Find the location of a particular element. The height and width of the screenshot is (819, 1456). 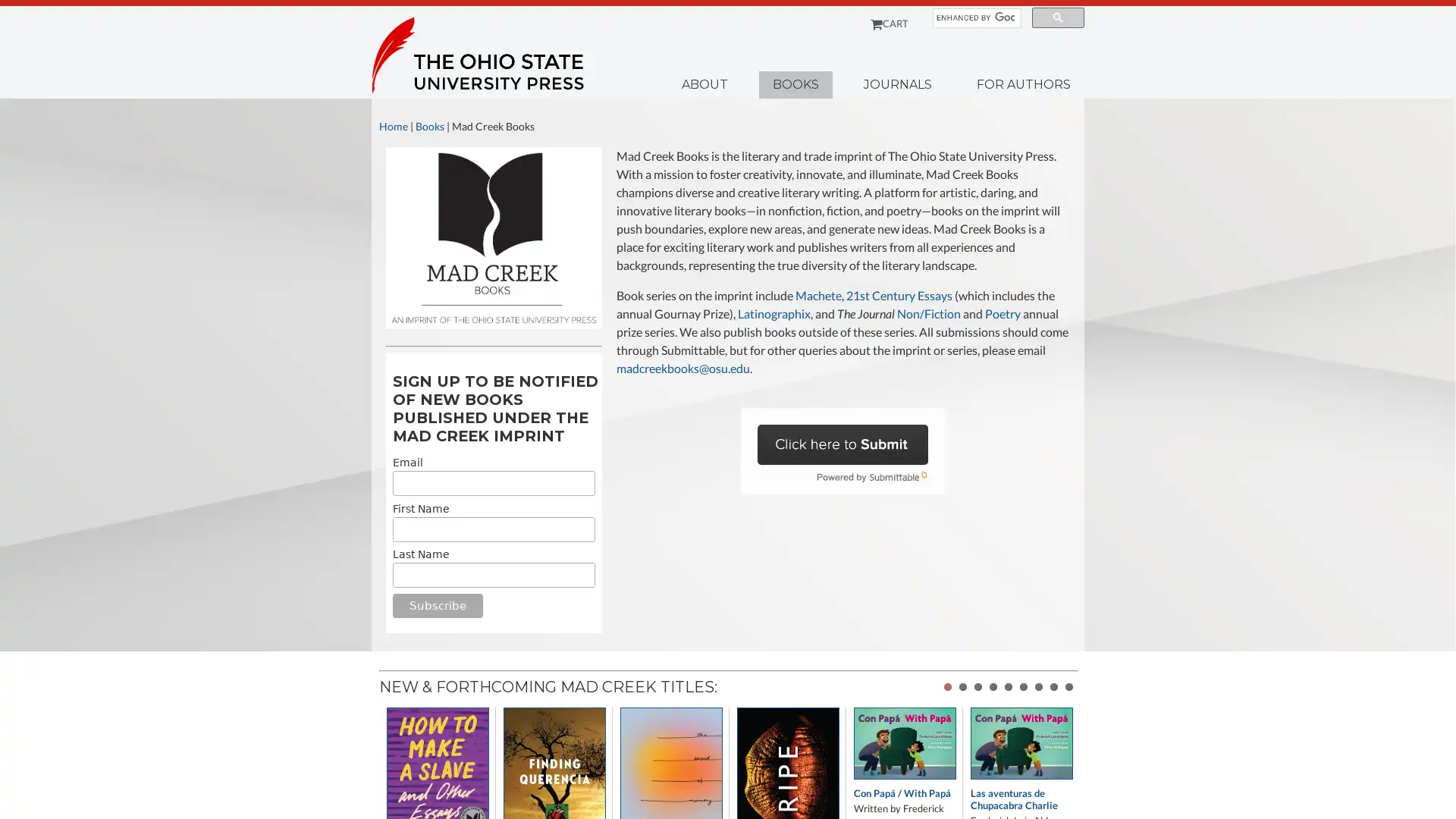

8 is located at coordinates (1053, 687).